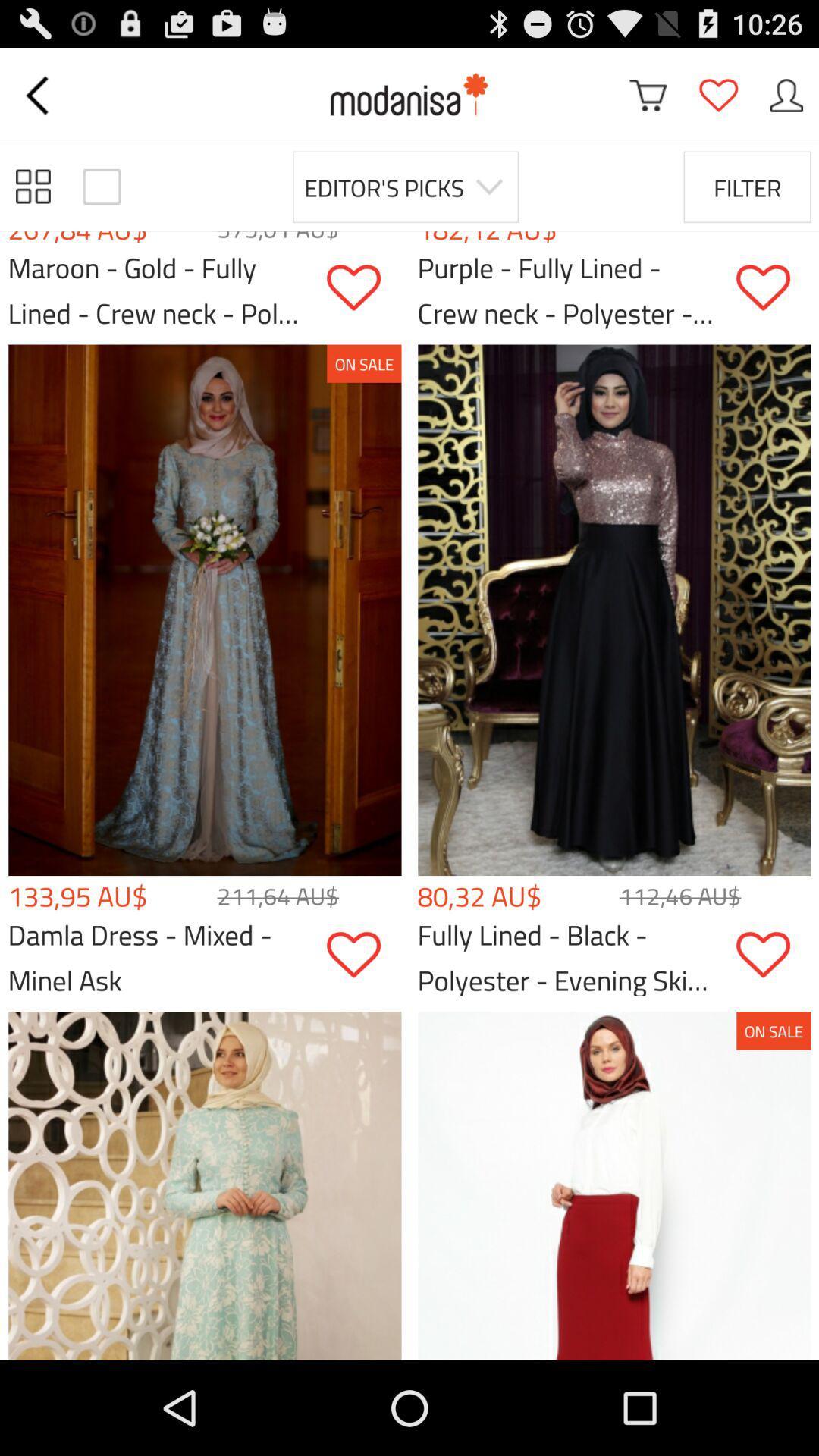  I want to click on like, so click(773, 287).